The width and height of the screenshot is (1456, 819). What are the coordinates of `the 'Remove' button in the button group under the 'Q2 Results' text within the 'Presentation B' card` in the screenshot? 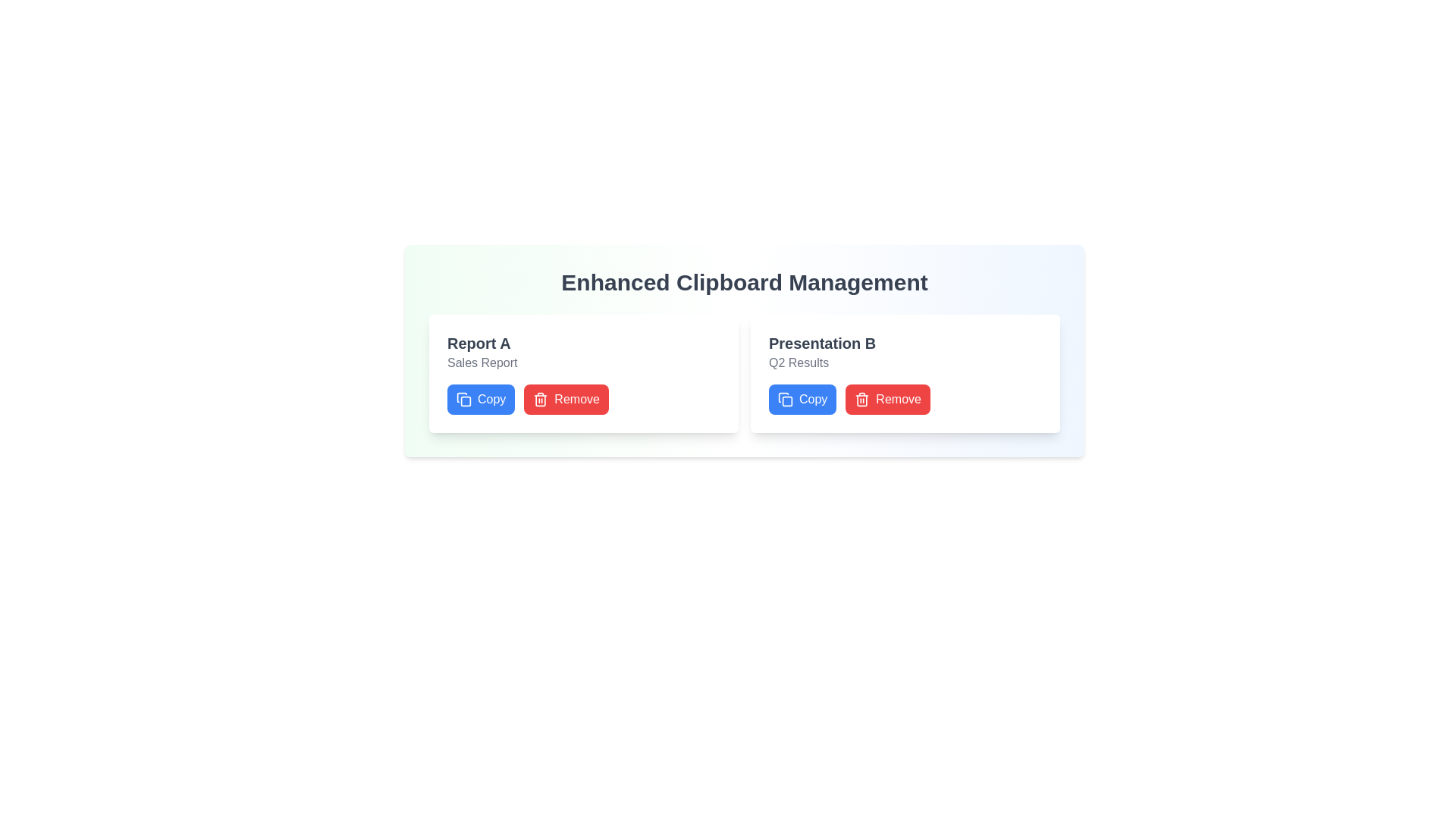 It's located at (849, 399).